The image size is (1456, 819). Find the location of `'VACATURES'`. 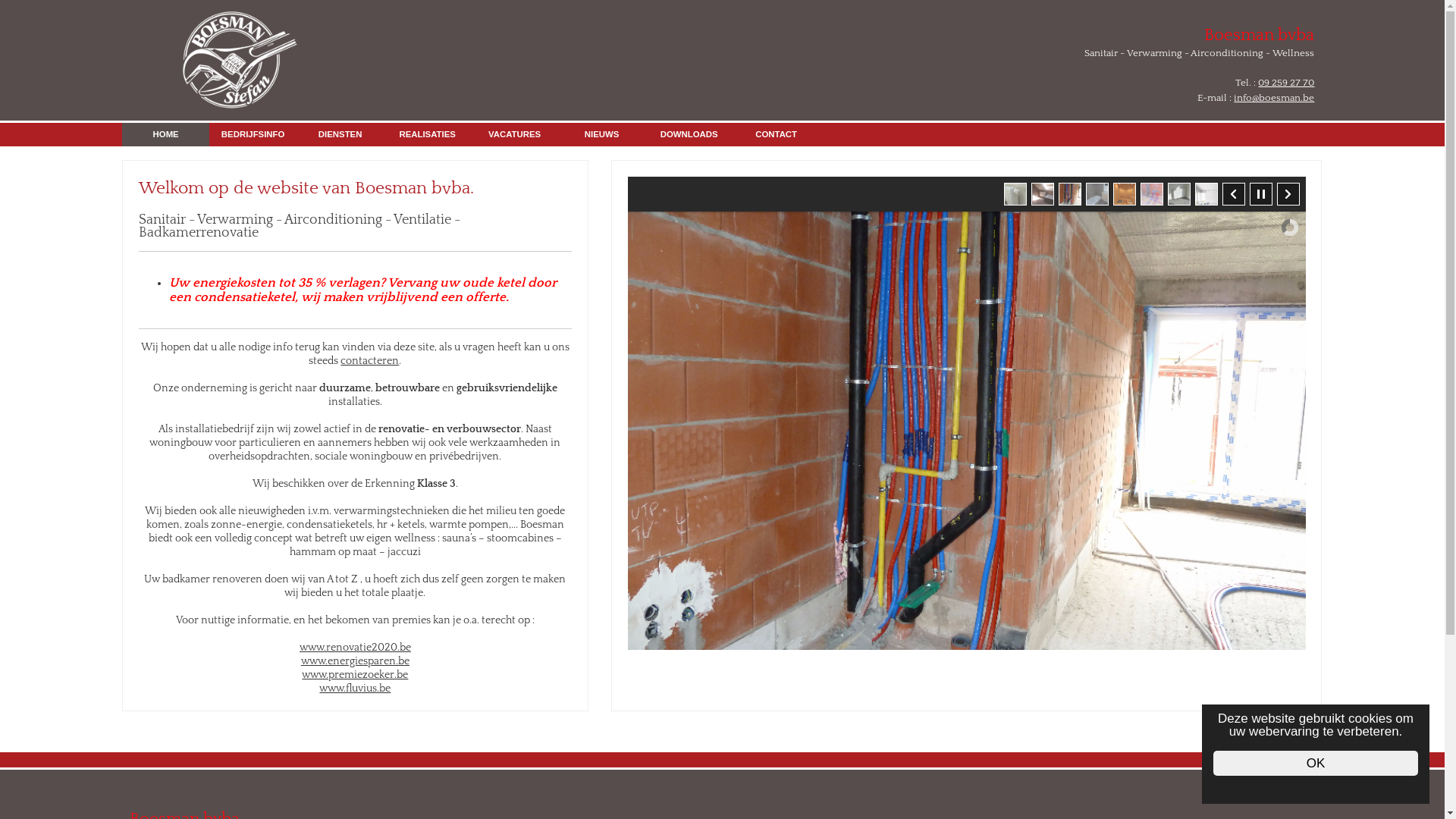

'VACATURES' is located at coordinates (514, 133).